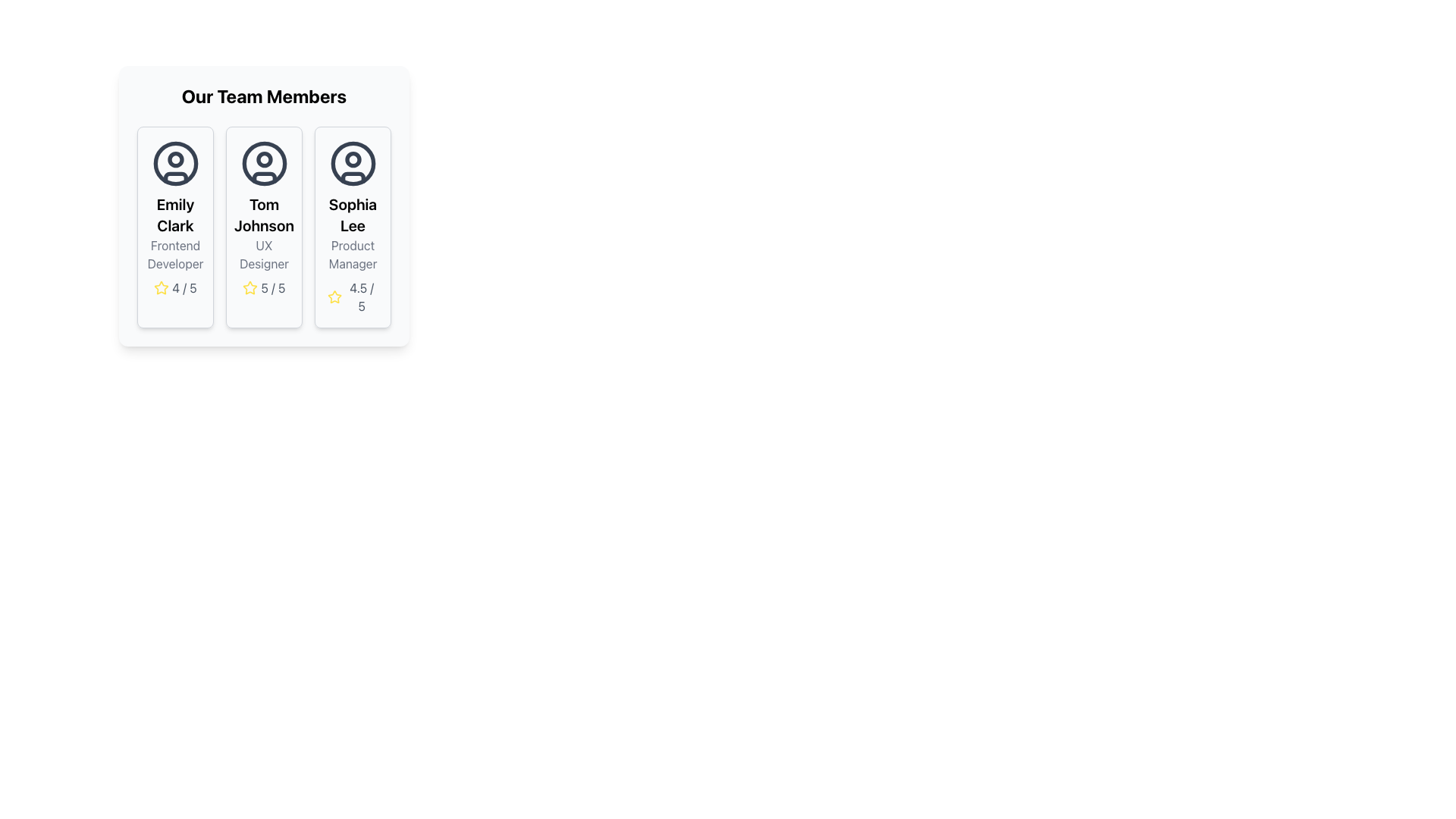  What do you see at coordinates (175, 227) in the screenshot?
I see `the profile card for 'Emily Clark', which is the first card in the set, displaying her role as 'Frontend Developer' and a performance rating of '4 / 5'` at bounding box center [175, 227].